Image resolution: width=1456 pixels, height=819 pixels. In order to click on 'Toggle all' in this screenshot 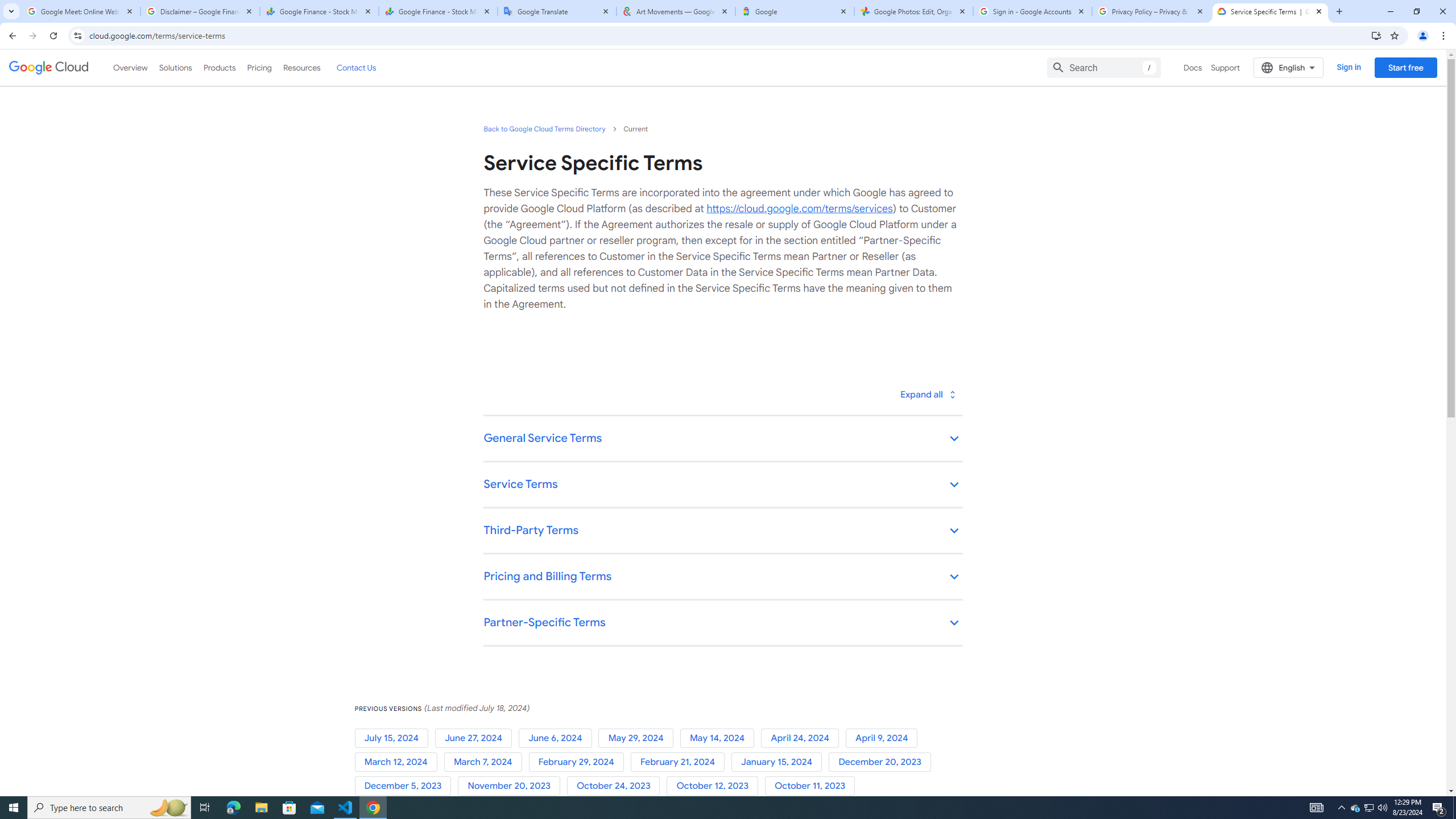, I will do `click(927, 394)`.